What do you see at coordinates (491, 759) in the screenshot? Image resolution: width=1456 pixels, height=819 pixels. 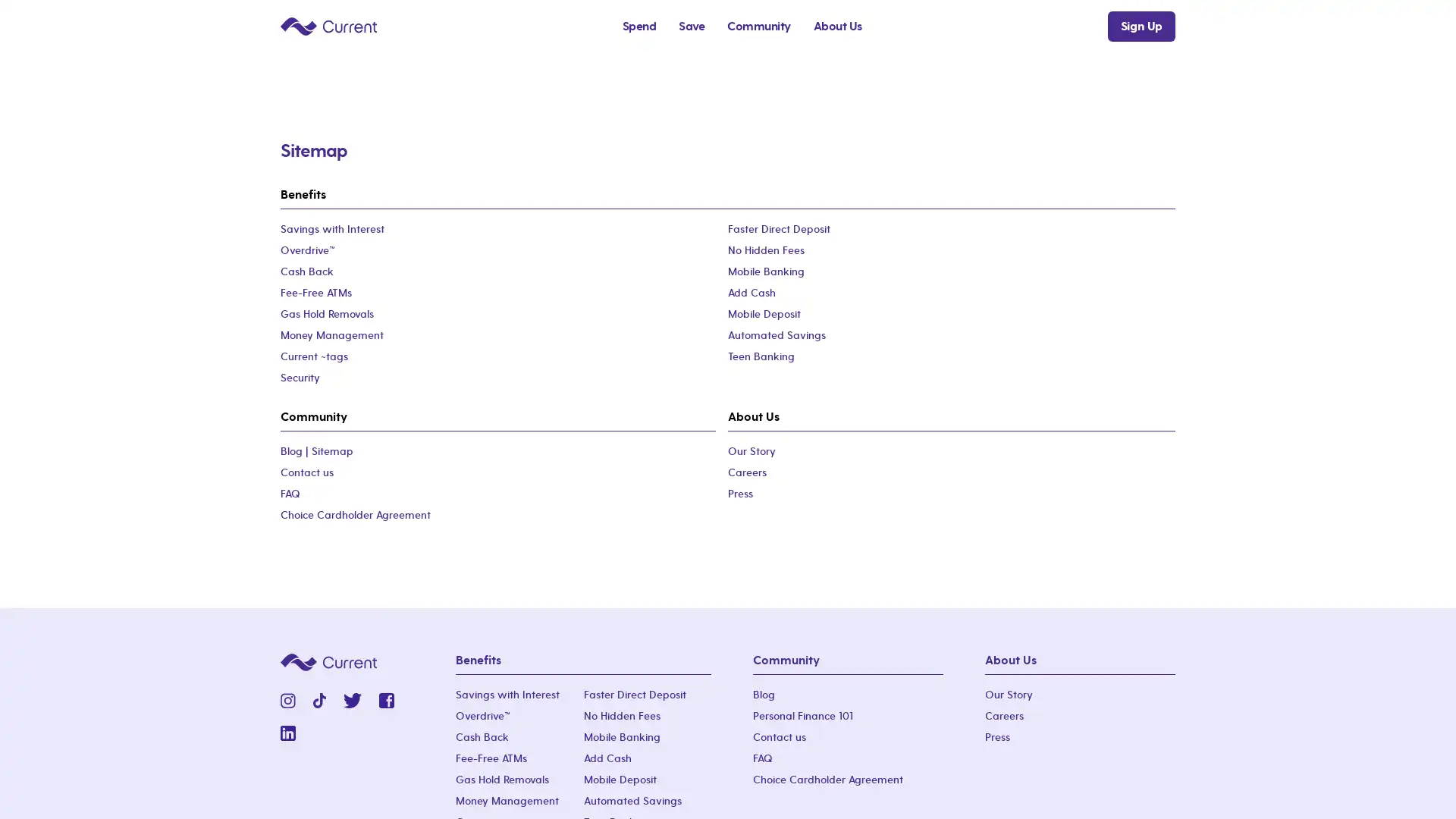 I see `Fee-Free ATMs` at bounding box center [491, 759].